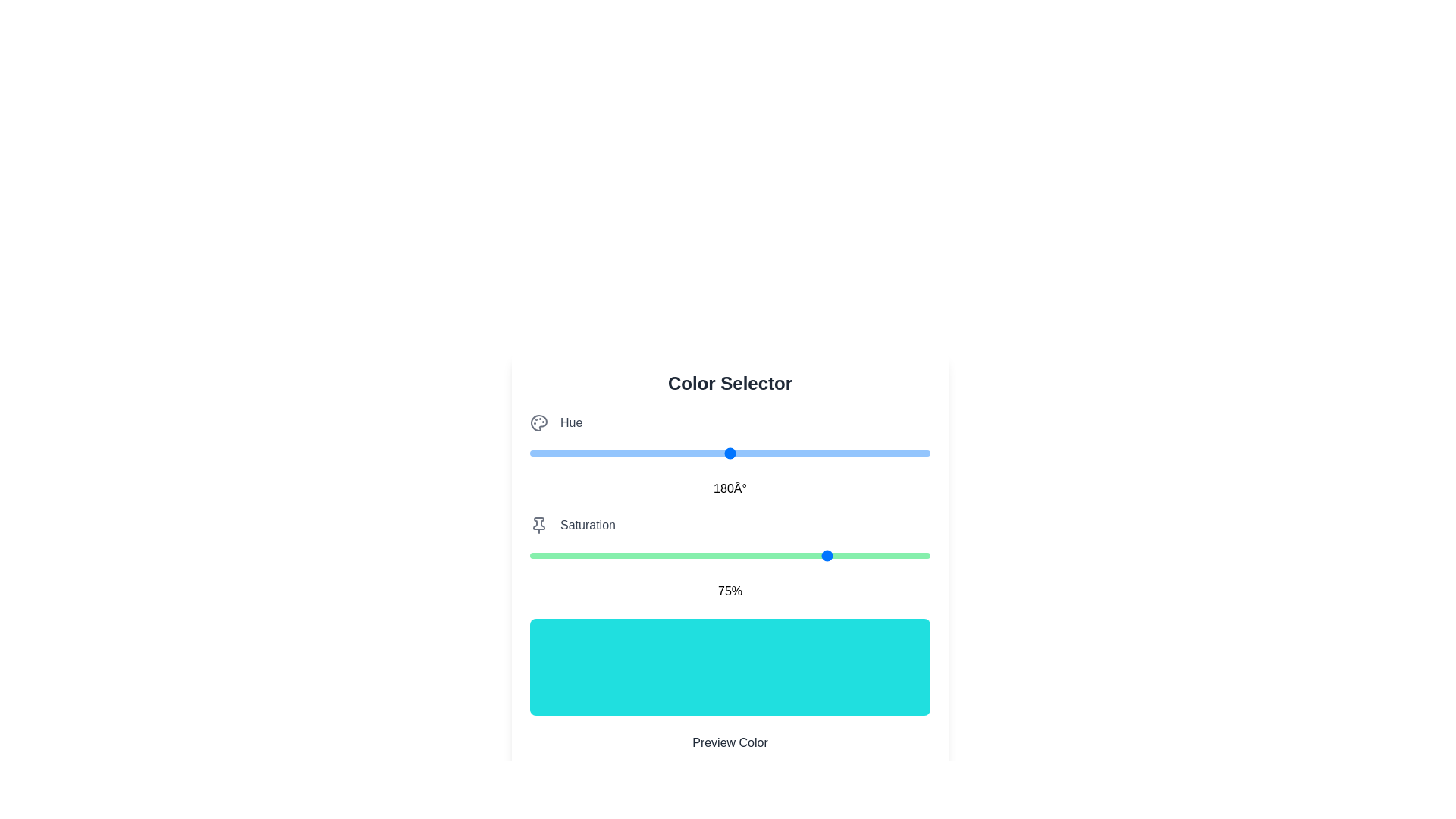 The height and width of the screenshot is (819, 1456). I want to click on the labeled component featuring a pin icon and the text 'Saturation' in dark gray, which is centrally positioned below the 'Hue' slider and above the green '75%' slider, so click(730, 525).